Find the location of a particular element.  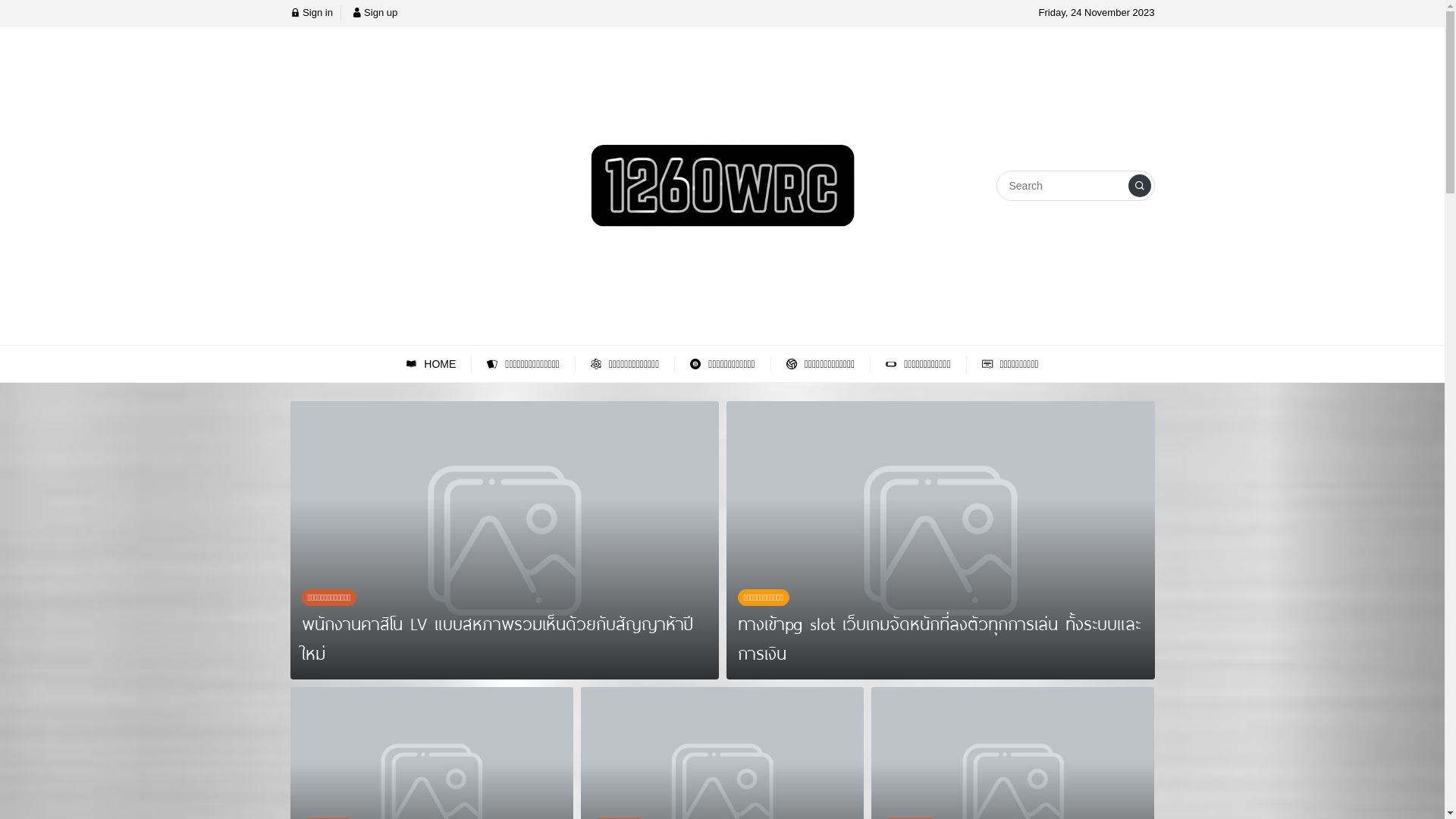

'Sign in' is located at coordinates (309, 12).